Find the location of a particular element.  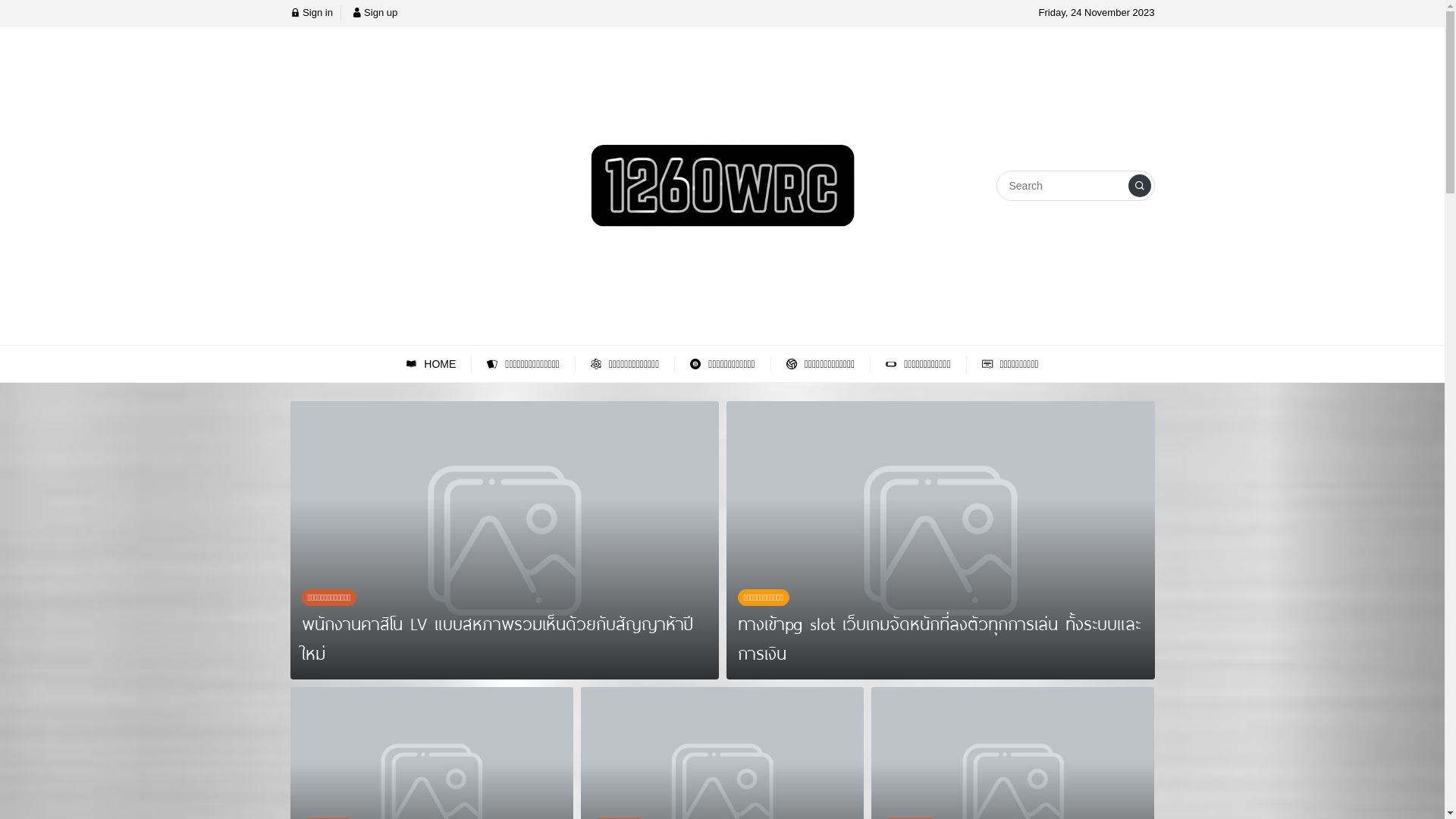

'Sign in' is located at coordinates (309, 12).